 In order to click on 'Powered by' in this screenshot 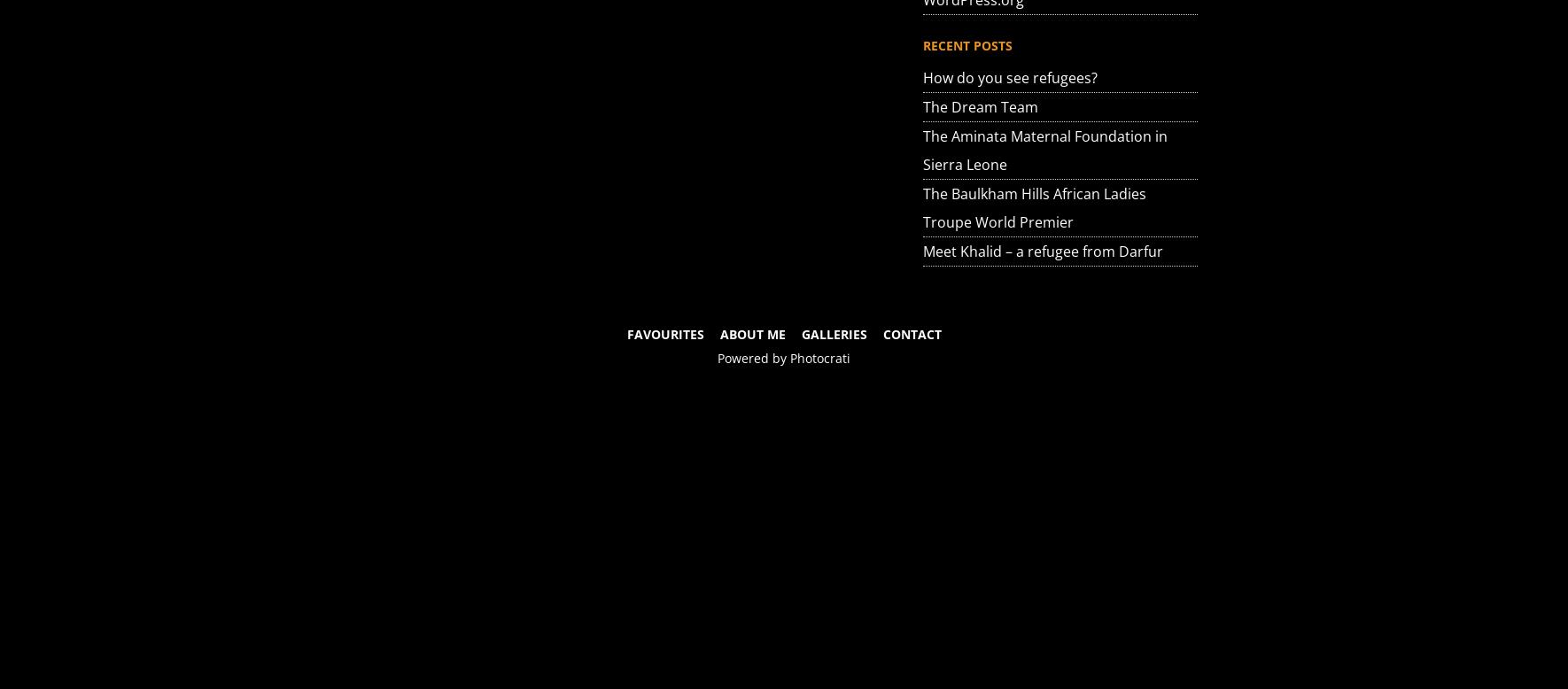, I will do `click(754, 358)`.